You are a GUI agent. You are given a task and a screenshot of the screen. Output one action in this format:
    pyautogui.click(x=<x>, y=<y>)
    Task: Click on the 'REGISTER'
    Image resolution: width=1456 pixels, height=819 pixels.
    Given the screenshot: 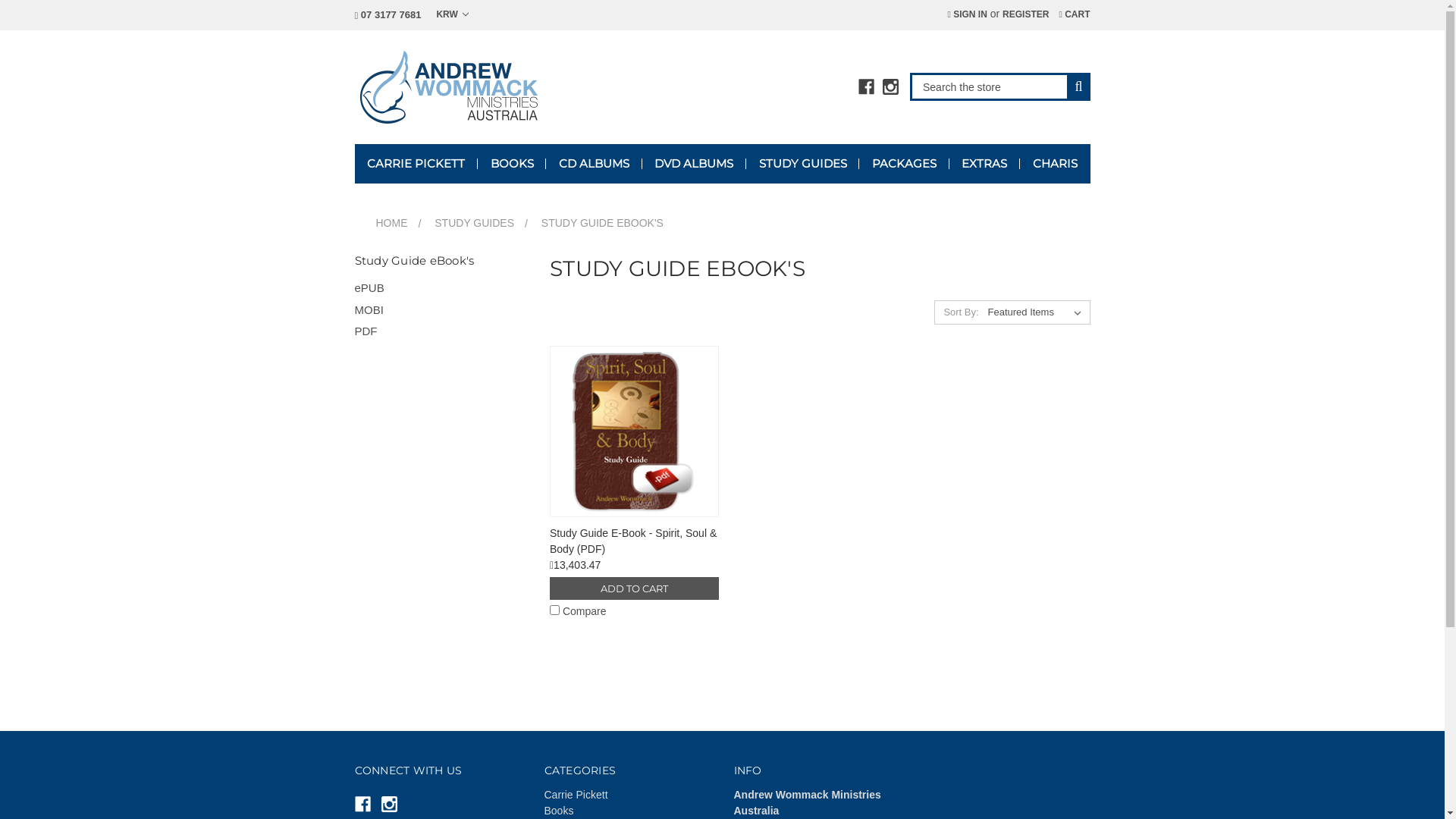 What is the action you would take?
    pyautogui.click(x=994, y=14)
    